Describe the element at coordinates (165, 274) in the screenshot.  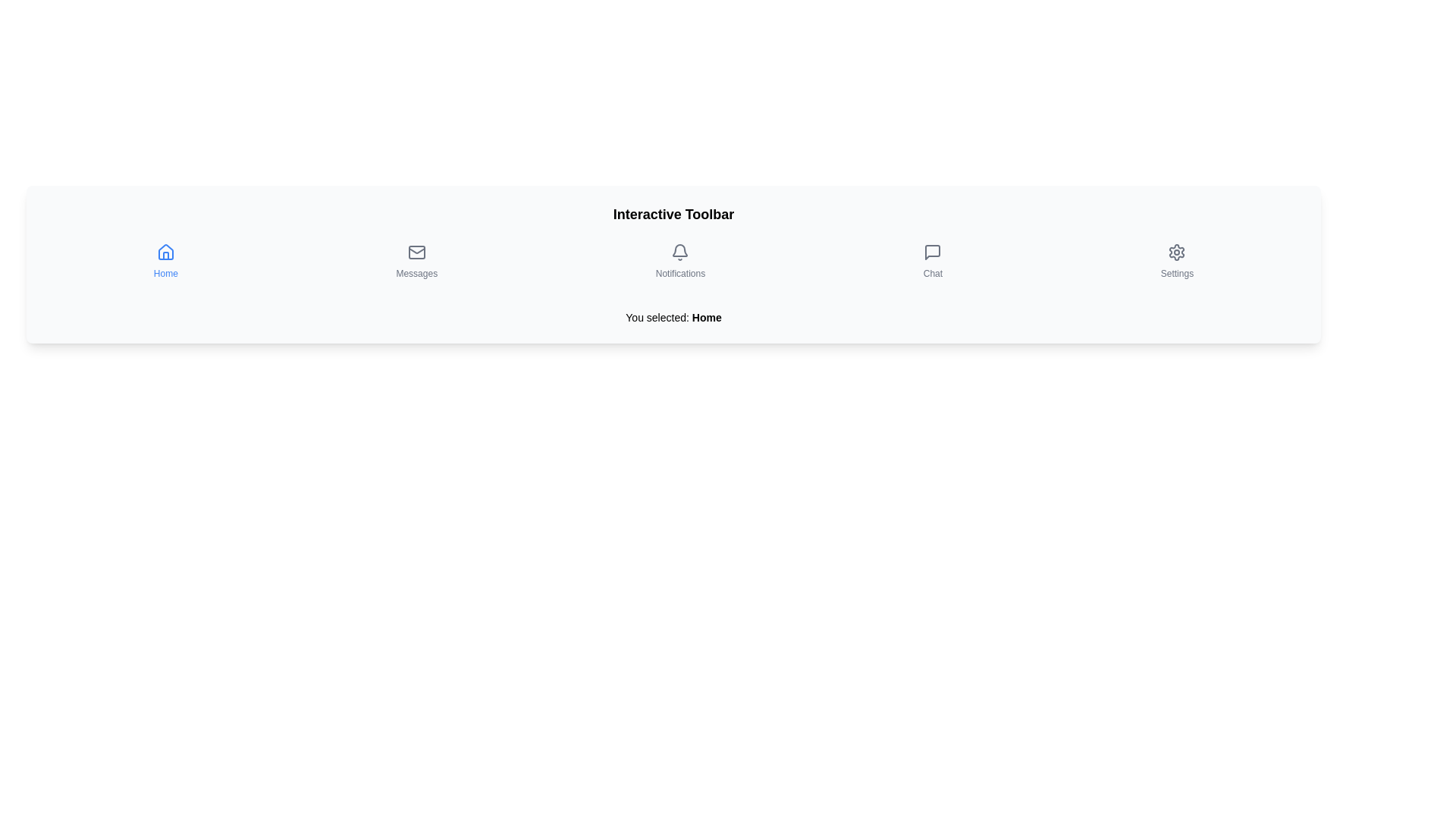
I see `the 'Home' text label located below the house icon in the toolbar, which is the first text element from the left` at that location.